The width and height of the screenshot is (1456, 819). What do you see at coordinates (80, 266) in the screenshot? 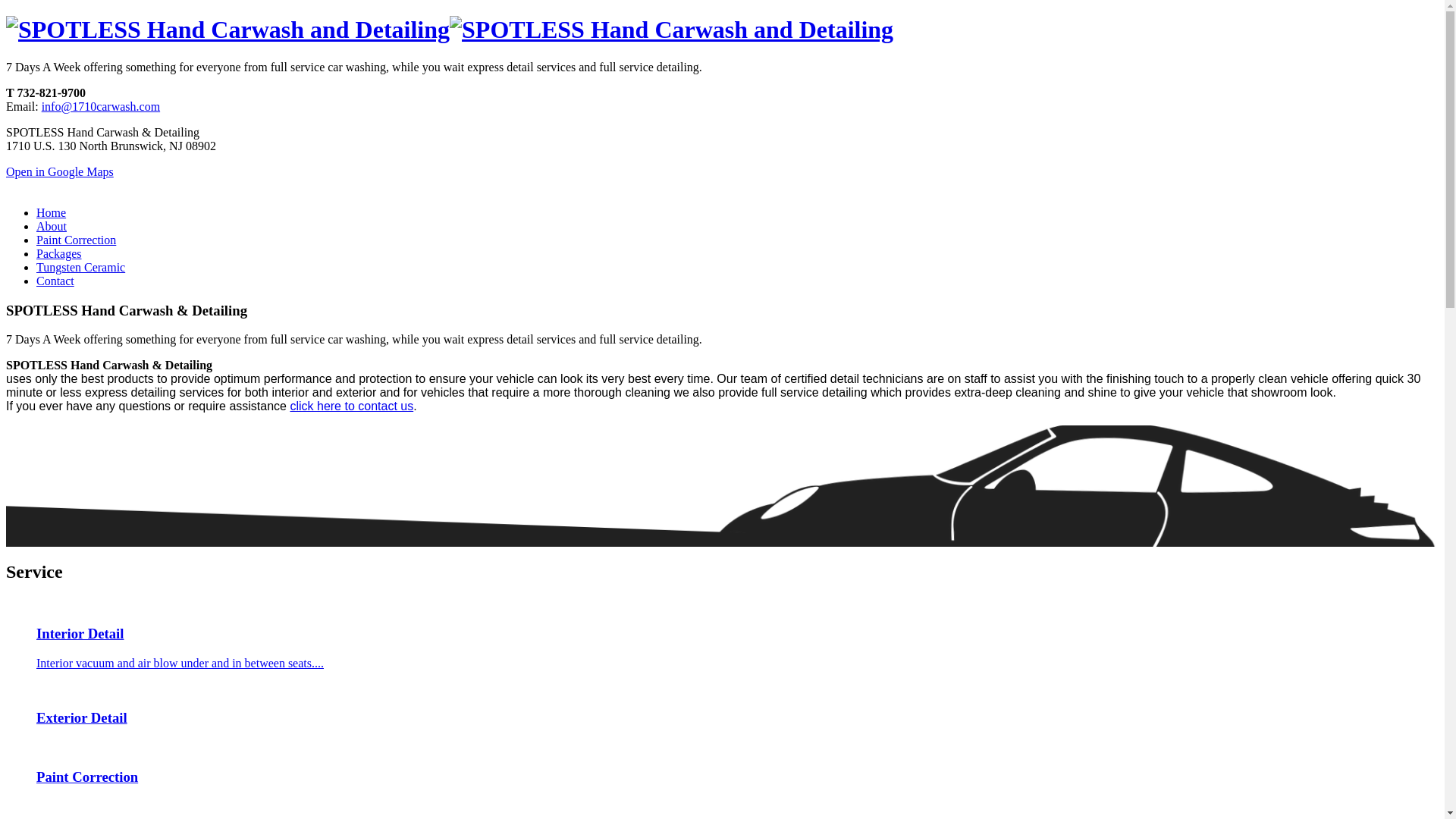
I see `'Tungsten Ceramic'` at bounding box center [80, 266].